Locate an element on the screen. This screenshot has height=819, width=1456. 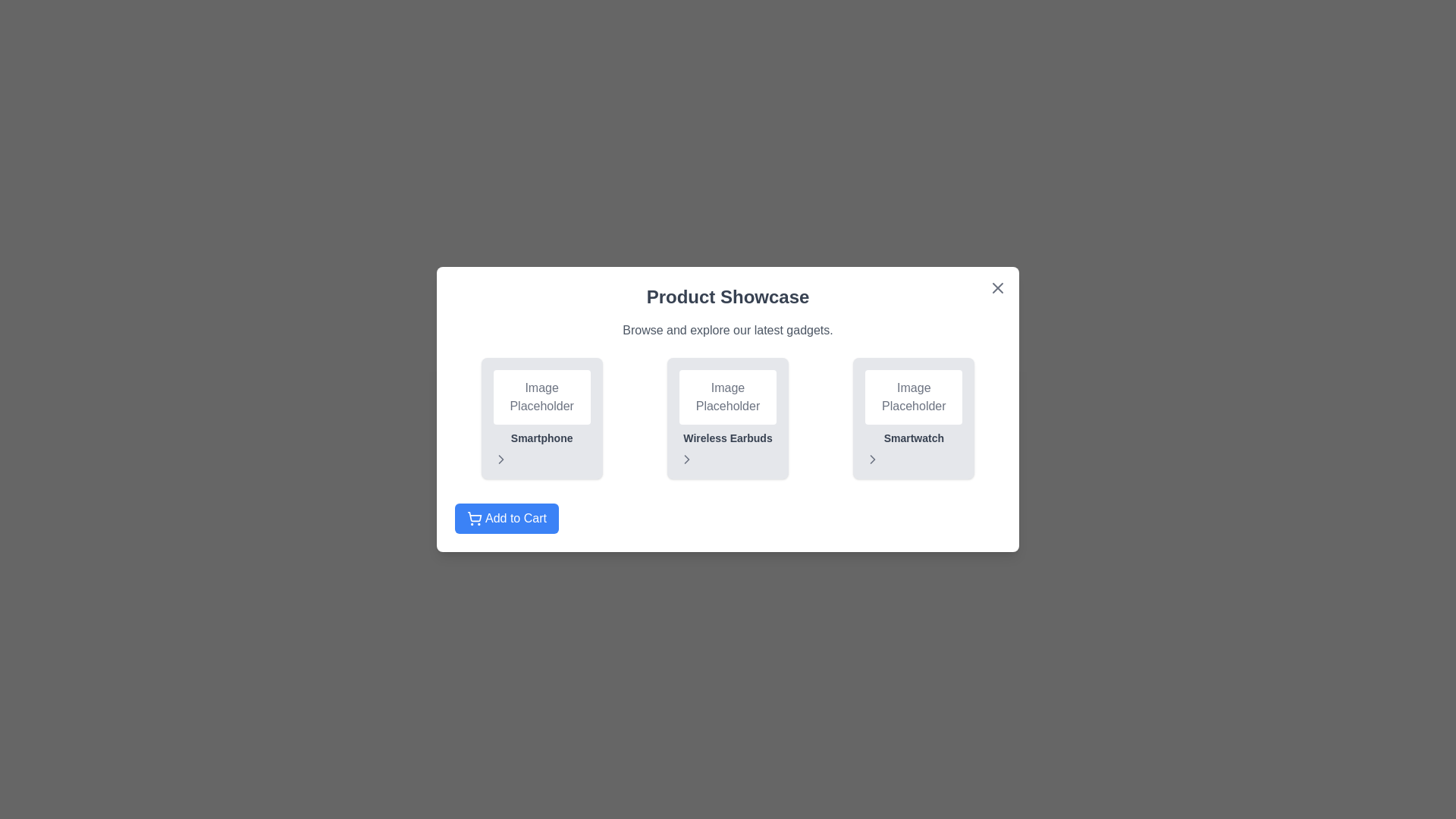
text content of the placeholder Text Label indicating where product images or labels would be displayed, located in the third column of a three-column layout is located at coordinates (913, 397).